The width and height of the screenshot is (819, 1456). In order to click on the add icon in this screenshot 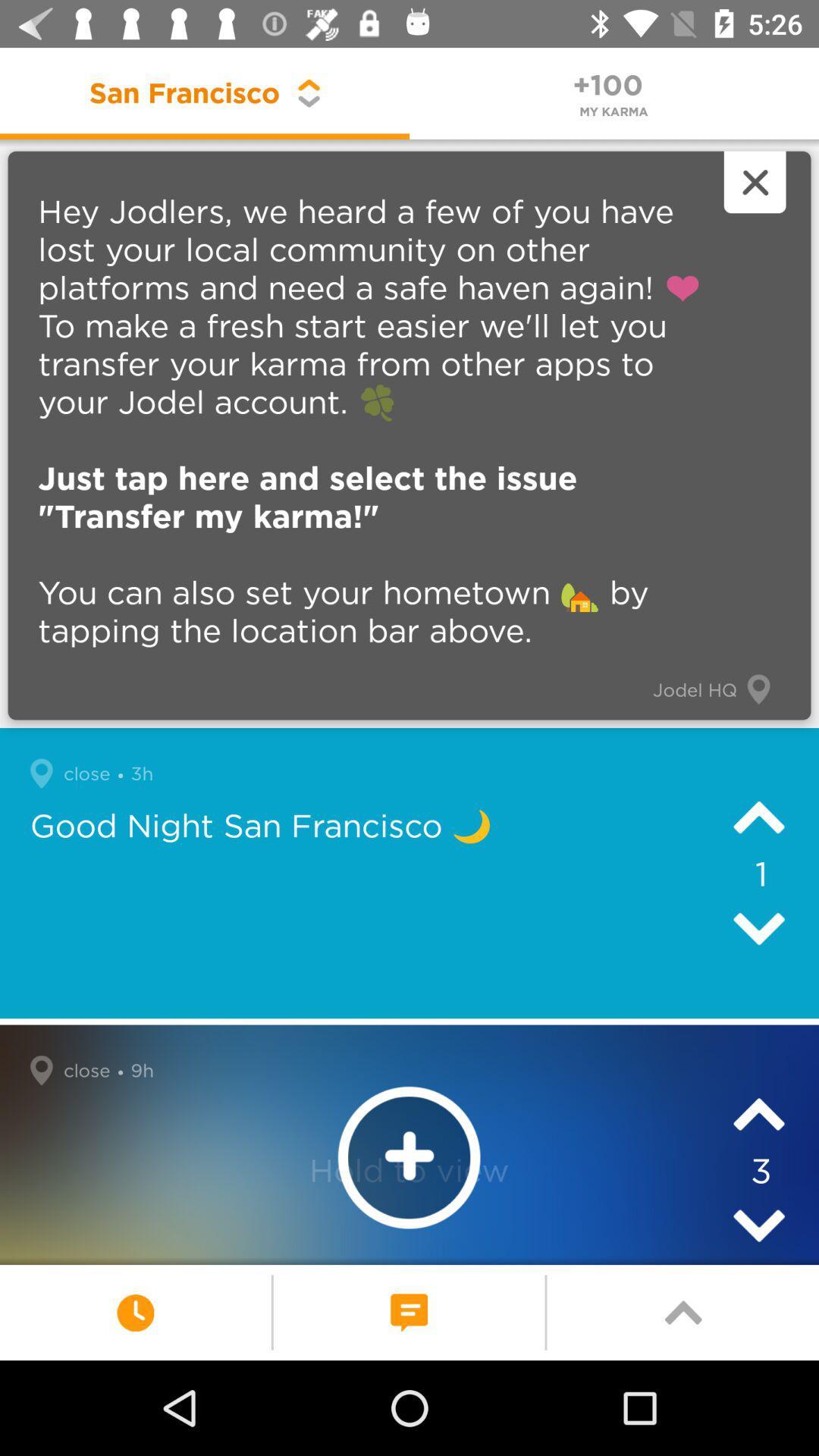, I will do `click(408, 1156)`.